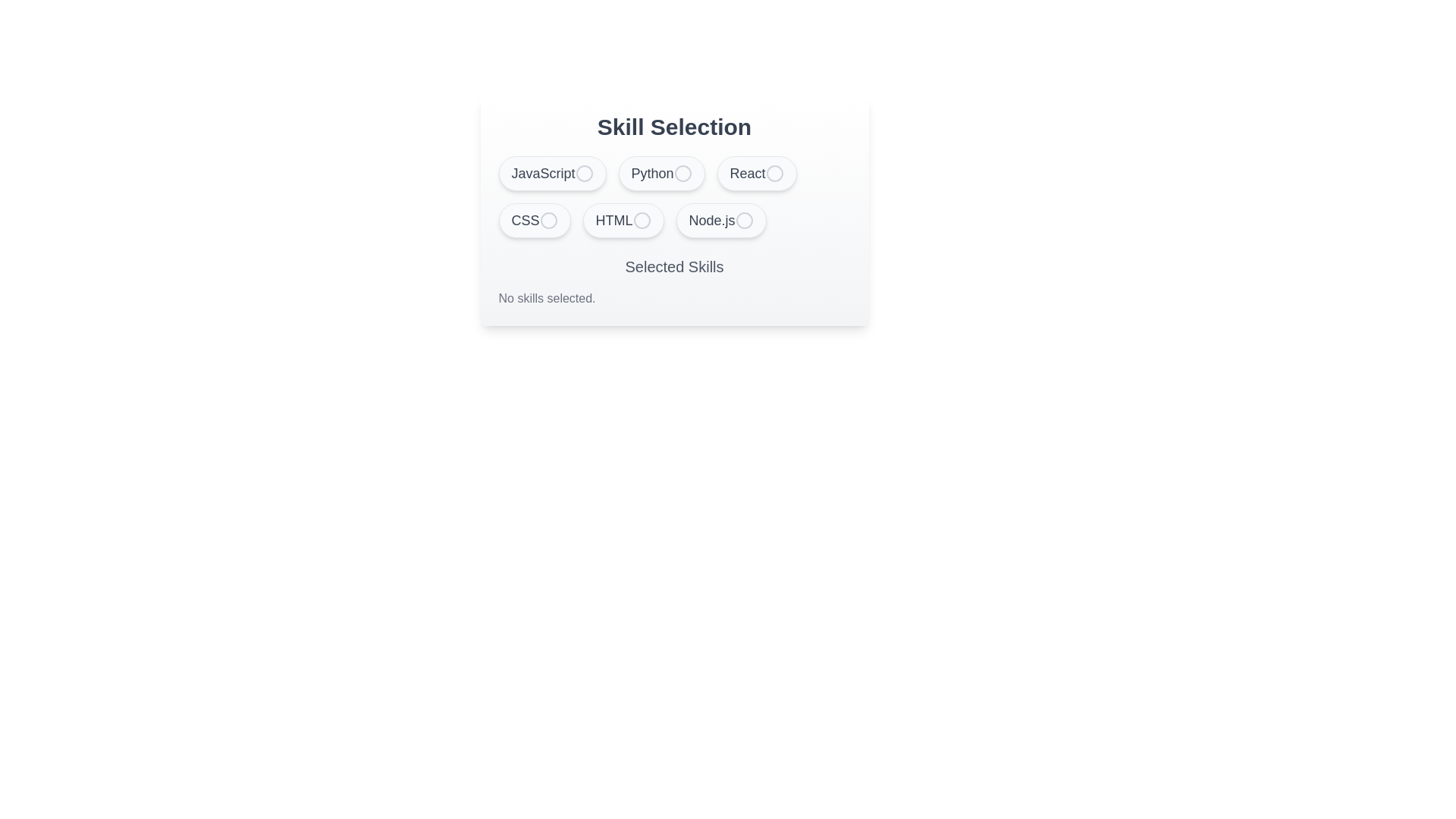 The height and width of the screenshot is (819, 1456). Describe the element at coordinates (583, 172) in the screenshot. I see `the radio button` at that location.